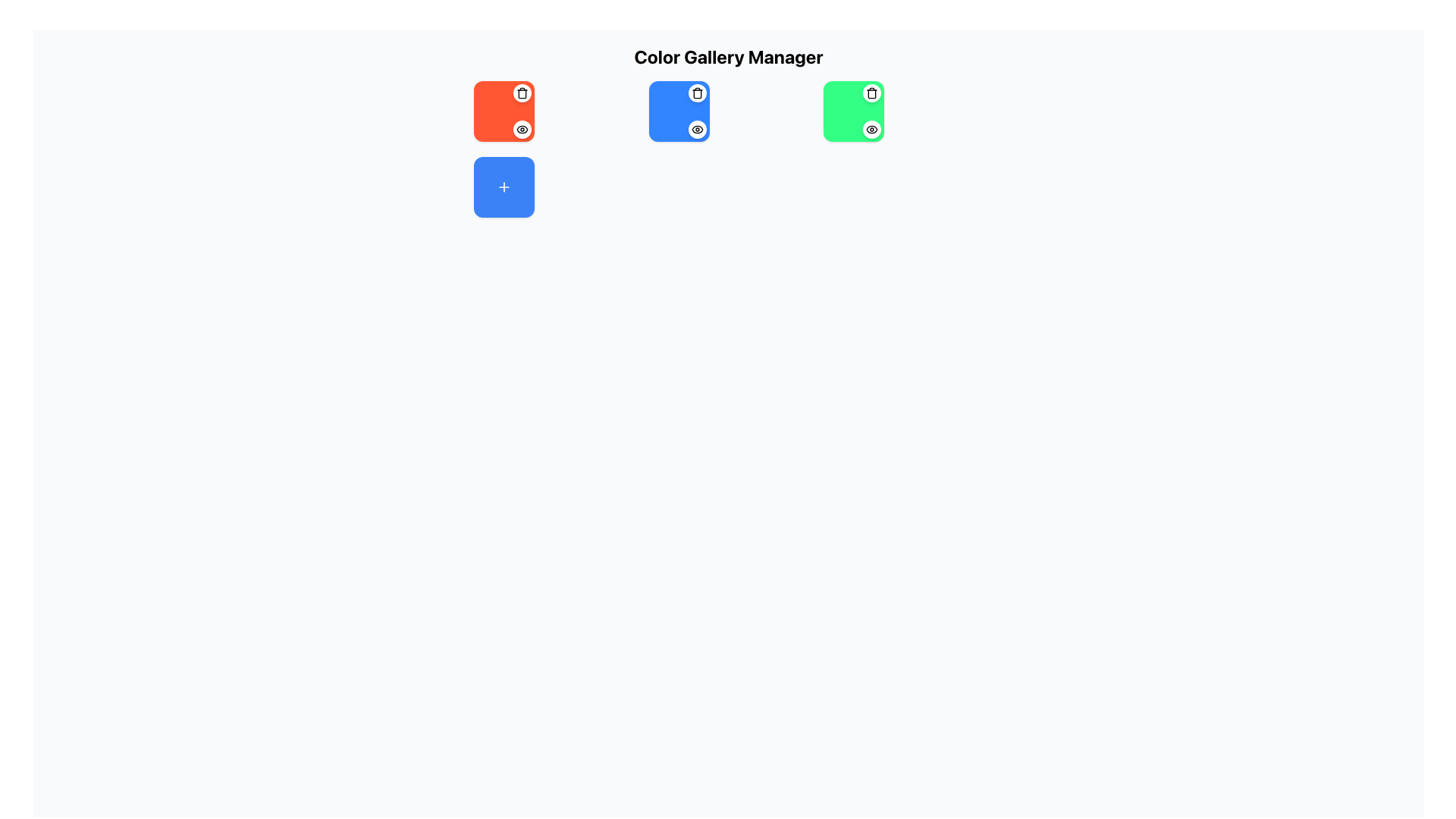 The height and width of the screenshot is (819, 1456). I want to click on the trash icon, which is represented by the main body of a trash icon in the top-right corner of a green square, so click(872, 94).